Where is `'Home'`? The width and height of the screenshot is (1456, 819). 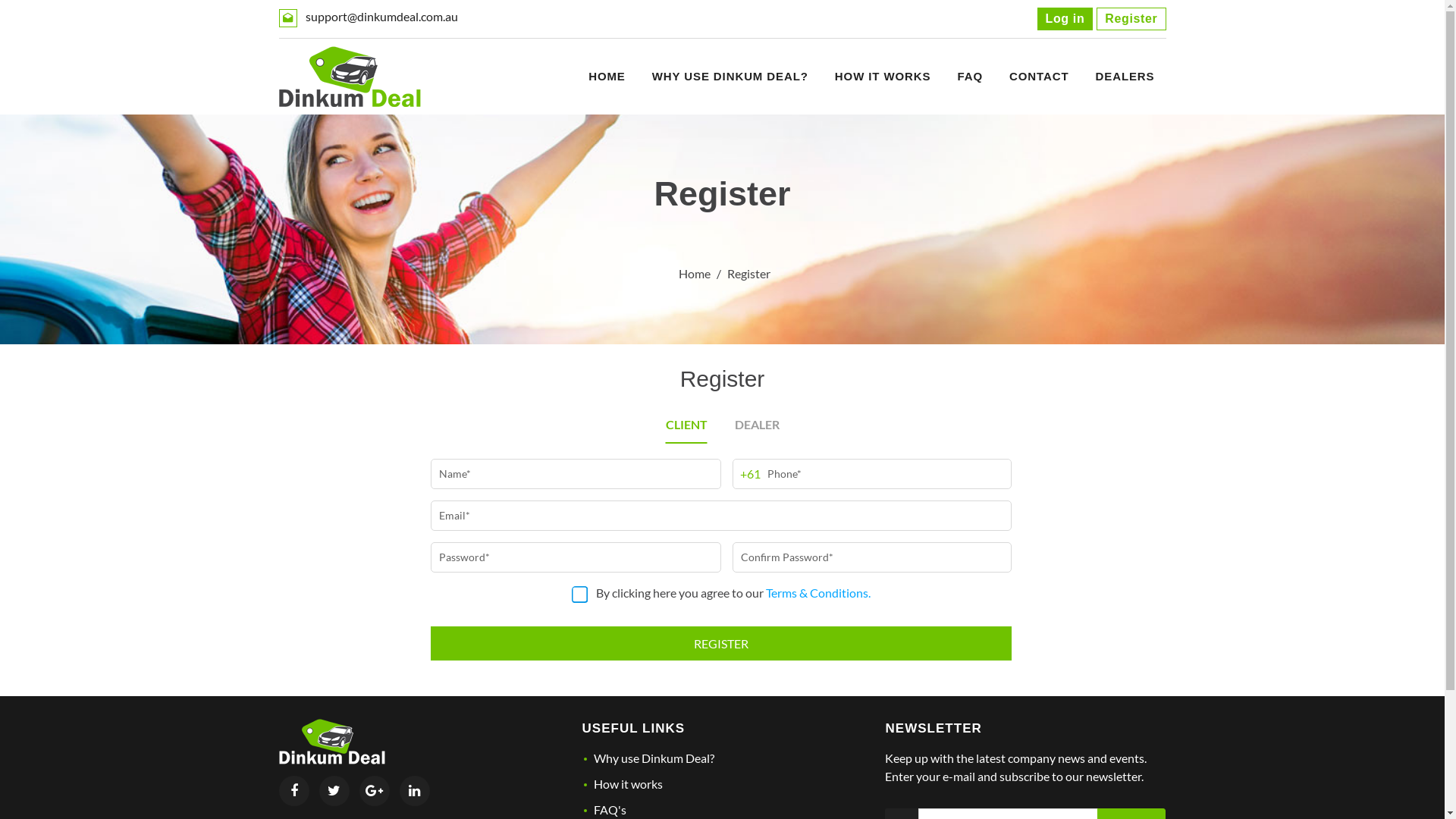
'Home' is located at coordinates (676, 273).